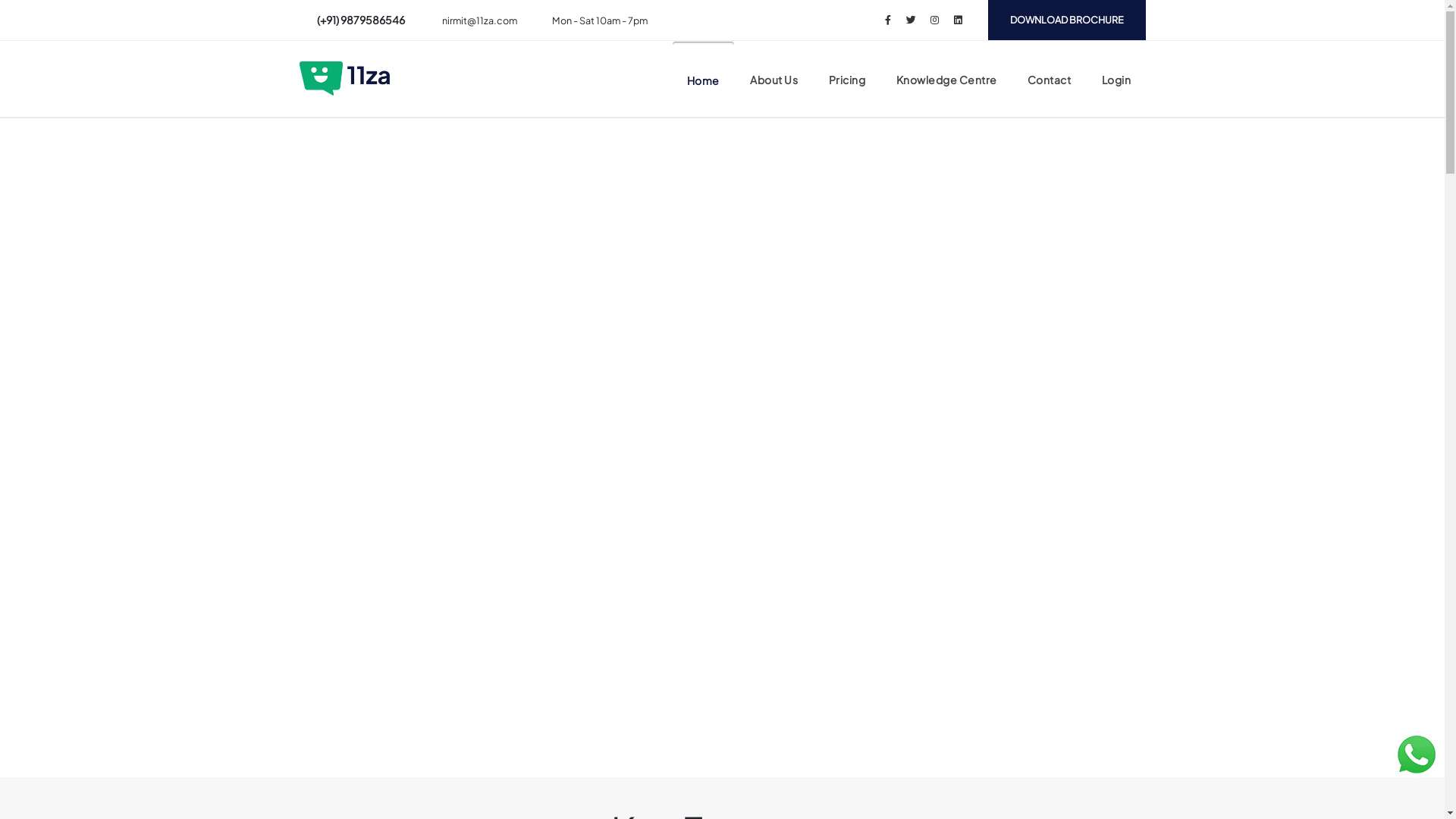  What do you see at coordinates (846, 79) in the screenshot?
I see `'Pricing'` at bounding box center [846, 79].